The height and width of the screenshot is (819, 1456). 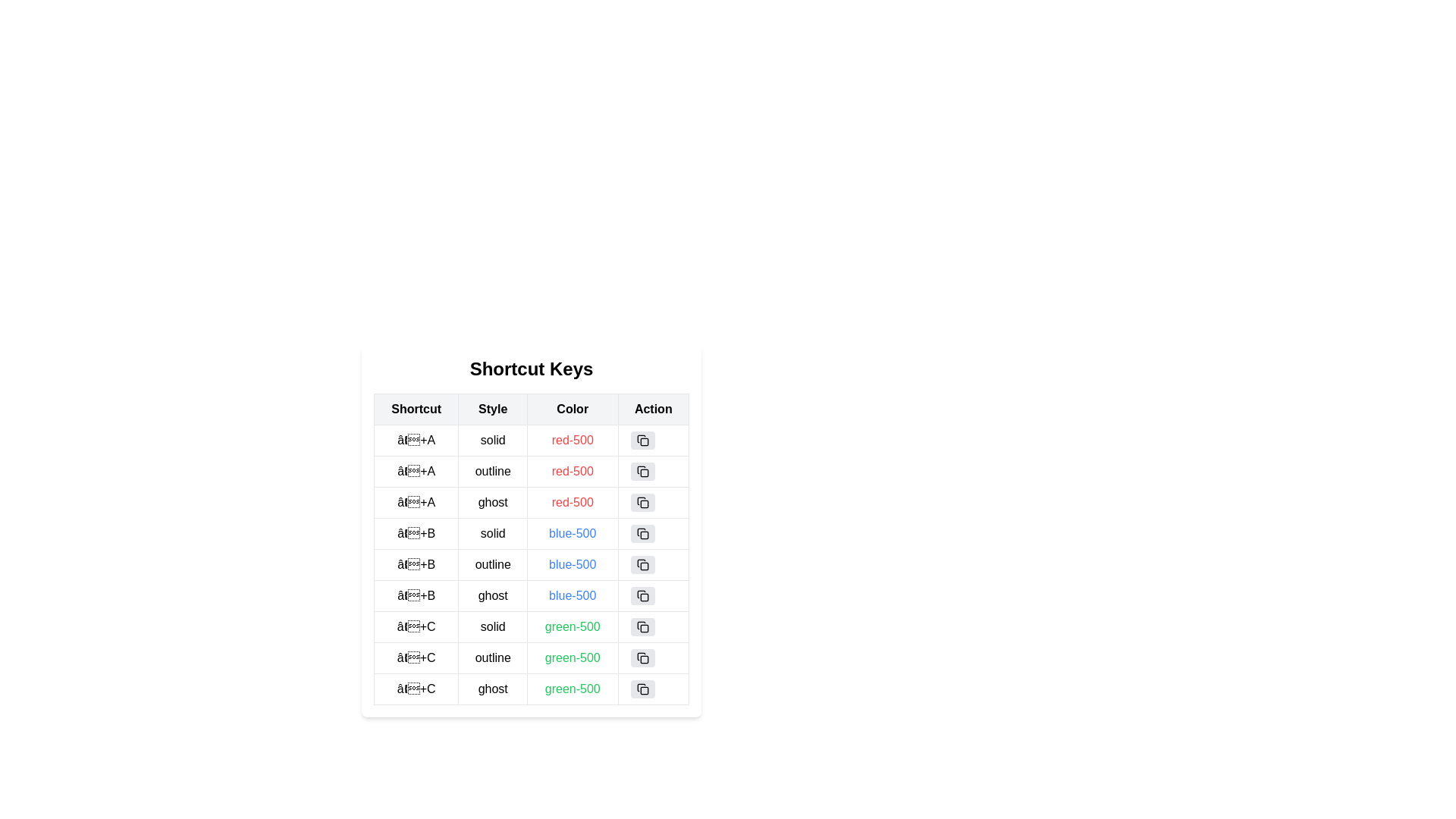 What do you see at coordinates (641, 563) in the screenshot?
I see `the clipboard icon in the 'Action' column of the 'blue-500 outline' row` at bounding box center [641, 563].